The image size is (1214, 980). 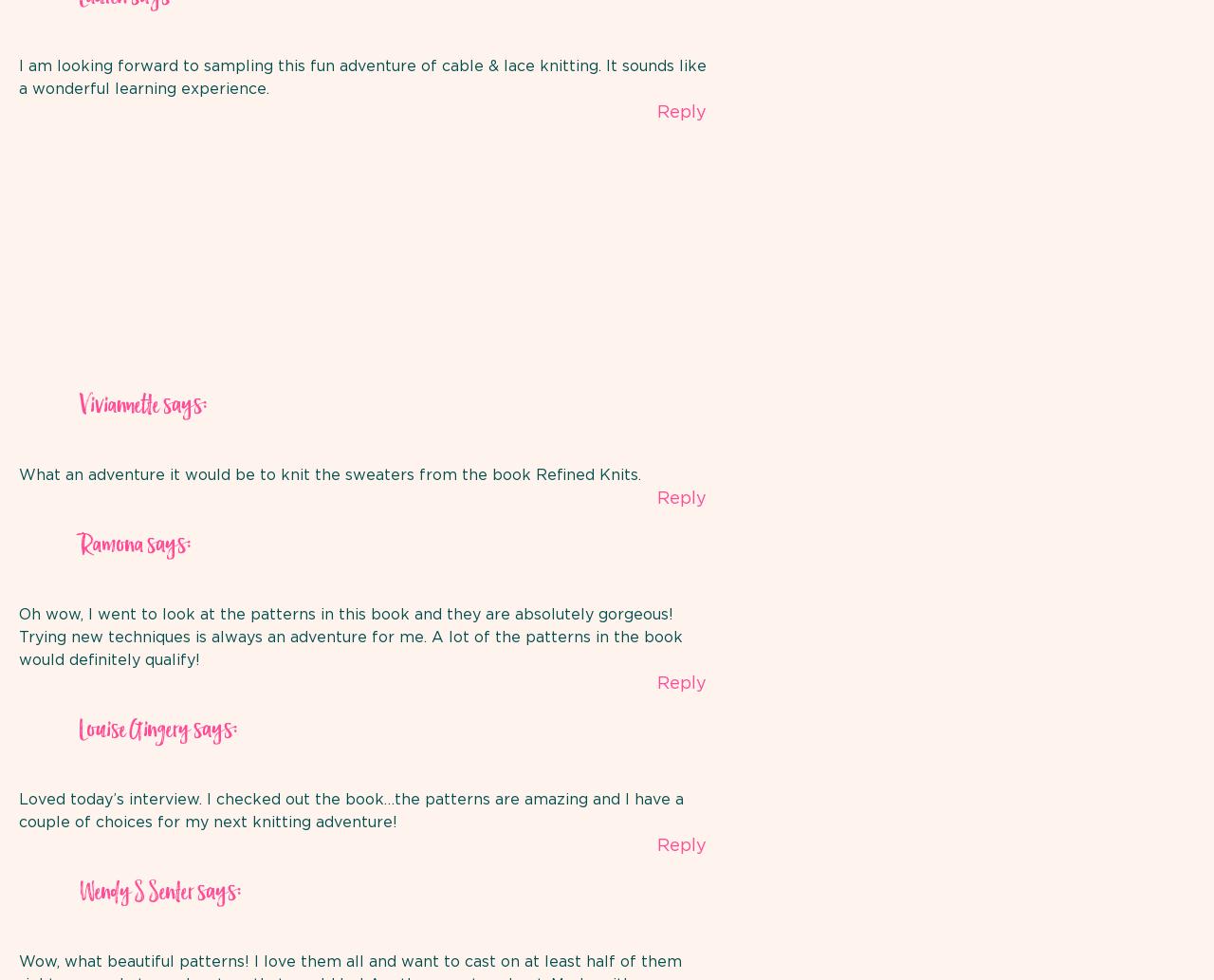 I want to click on 'What an adventure it would be to knit the sweaters from the book Refined Knits.', so click(x=330, y=475).